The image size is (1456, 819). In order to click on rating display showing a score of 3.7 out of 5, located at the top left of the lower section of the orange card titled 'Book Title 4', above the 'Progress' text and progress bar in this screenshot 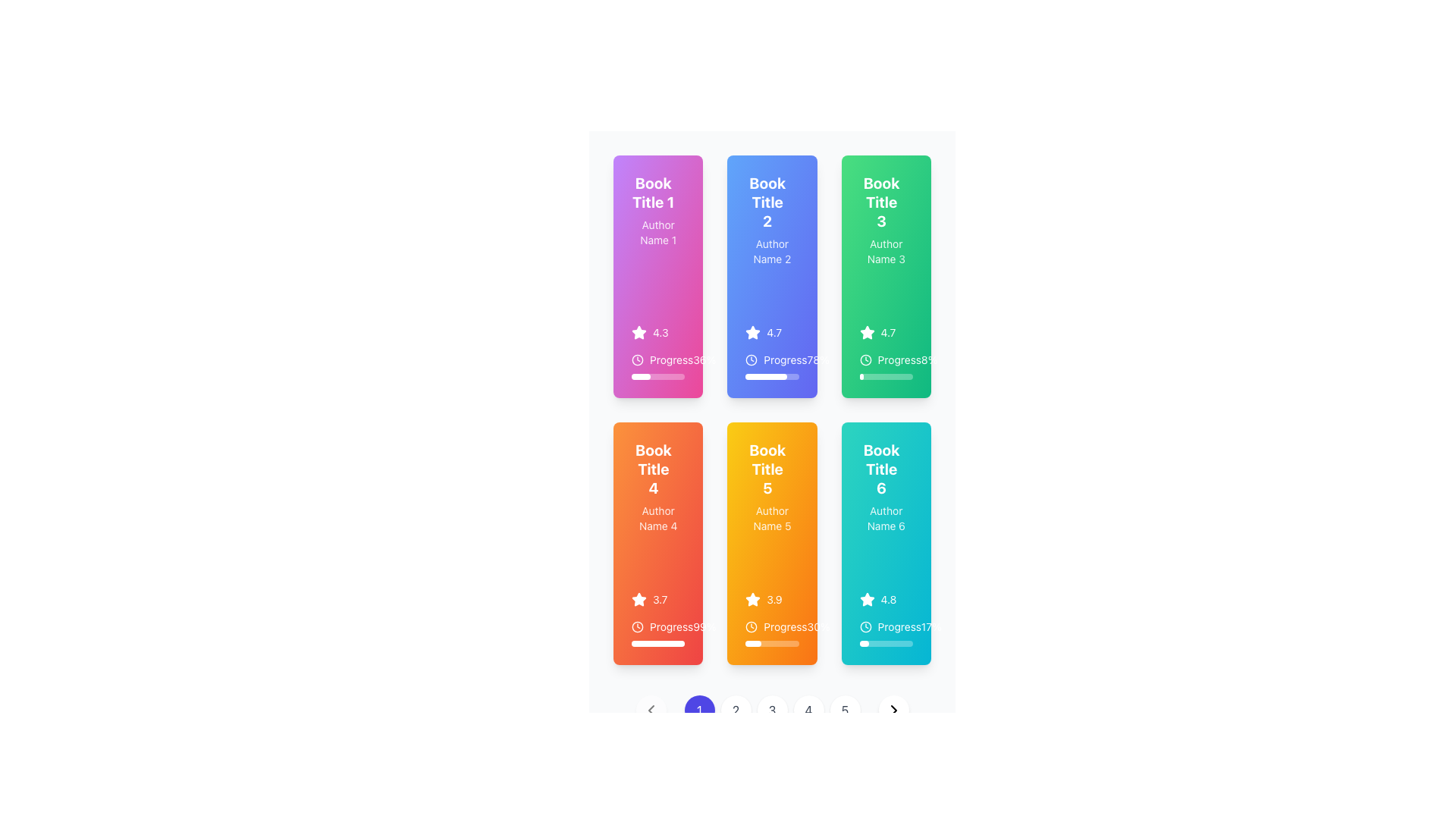, I will do `click(658, 598)`.